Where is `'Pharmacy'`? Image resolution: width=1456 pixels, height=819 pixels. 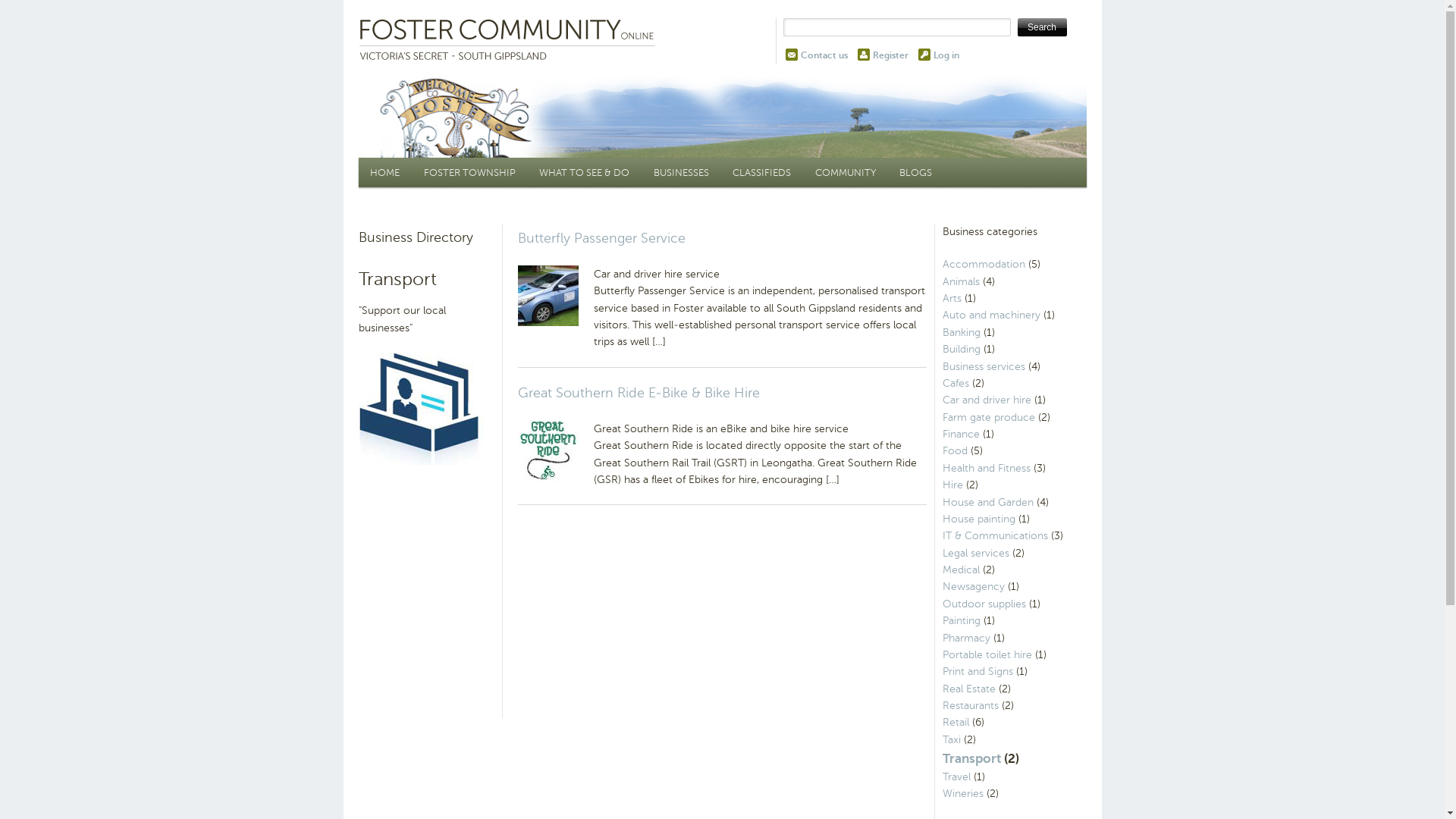
'Pharmacy' is located at coordinates (965, 638).